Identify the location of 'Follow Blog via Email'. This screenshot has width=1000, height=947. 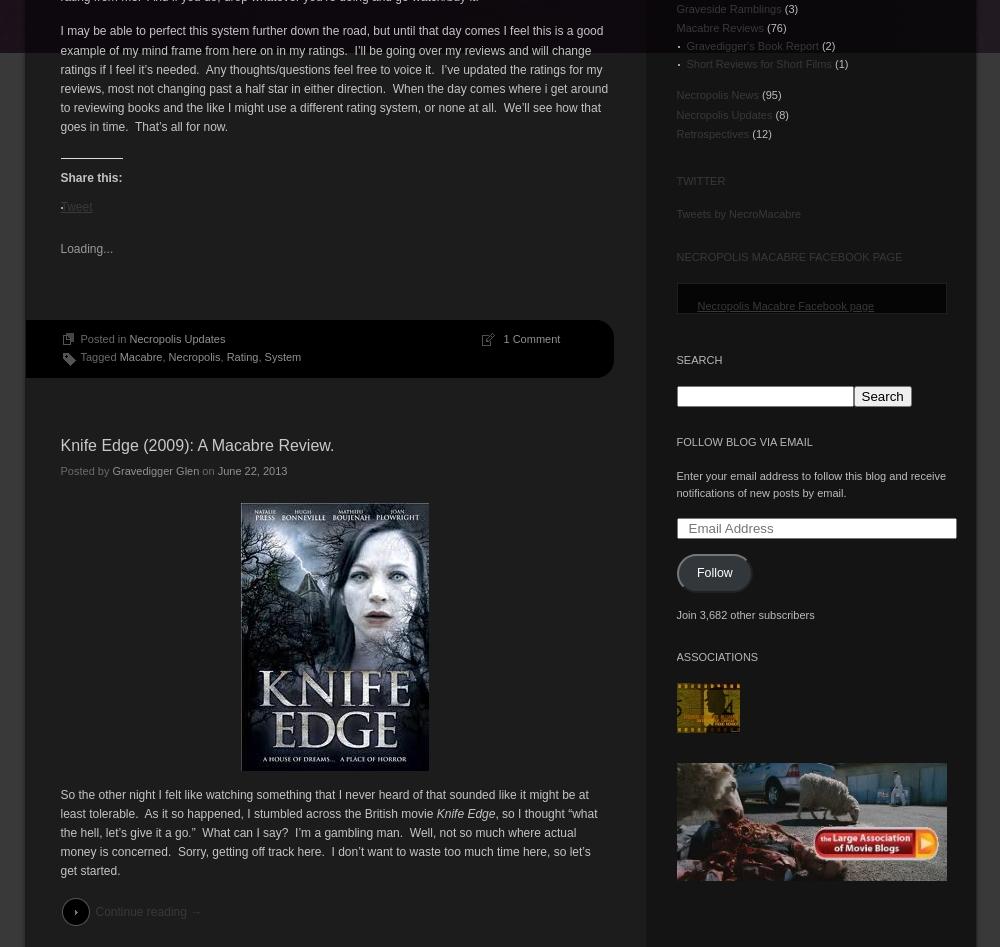
(676, 441).